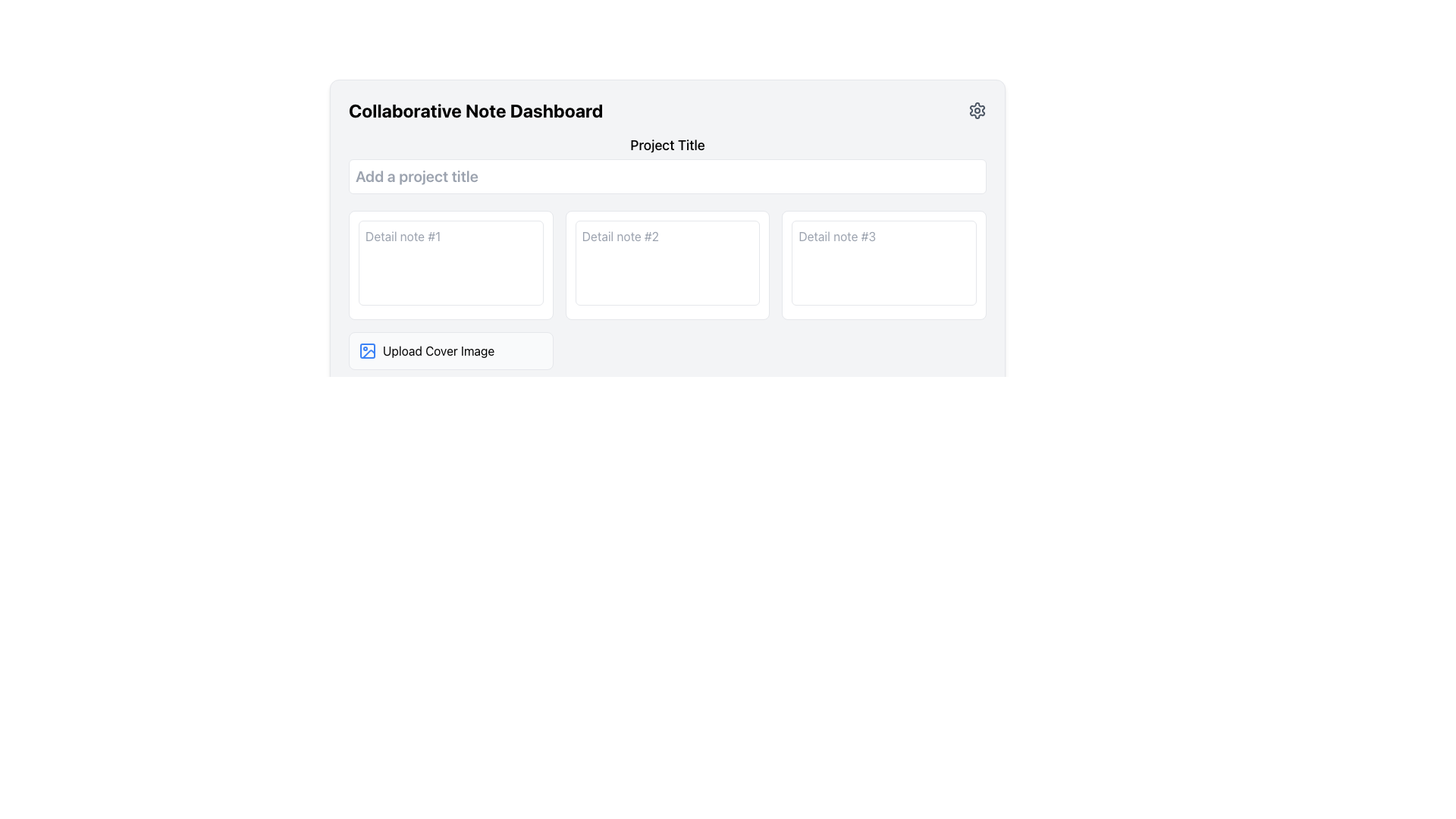 The width and height of the screenshot is (1456, 819). I want to click on the 'Upload Cover Image' button with an embedded file input field, which features a blue image icon on a light gray background, so click(450, 350).